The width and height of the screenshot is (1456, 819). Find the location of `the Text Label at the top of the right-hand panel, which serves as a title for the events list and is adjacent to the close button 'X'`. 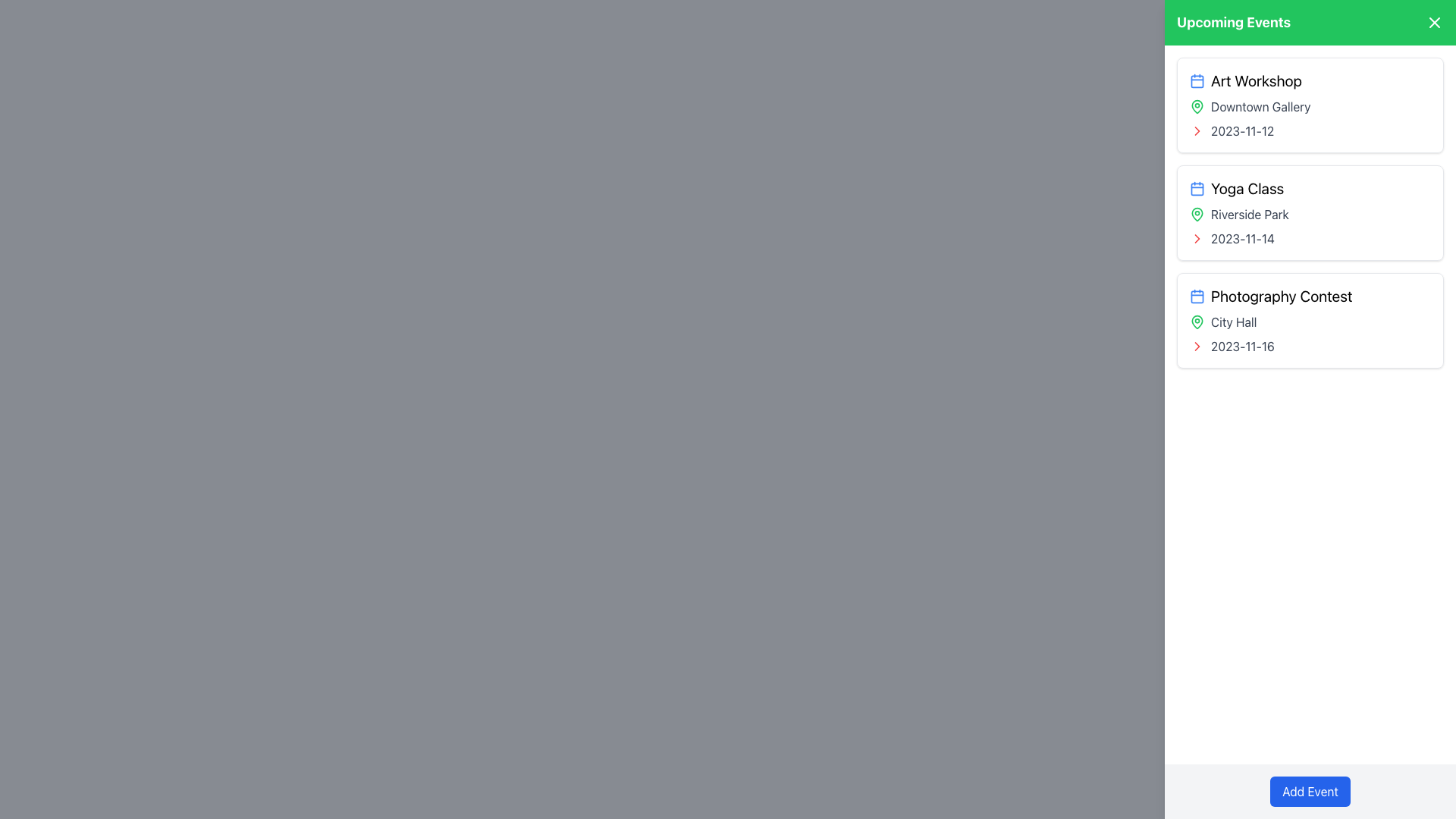

the Text Label at the top of the right-hand panel, which serves as a title for the events list and is adjacent to the close button 'X' is located at coordinates (1234, 23).